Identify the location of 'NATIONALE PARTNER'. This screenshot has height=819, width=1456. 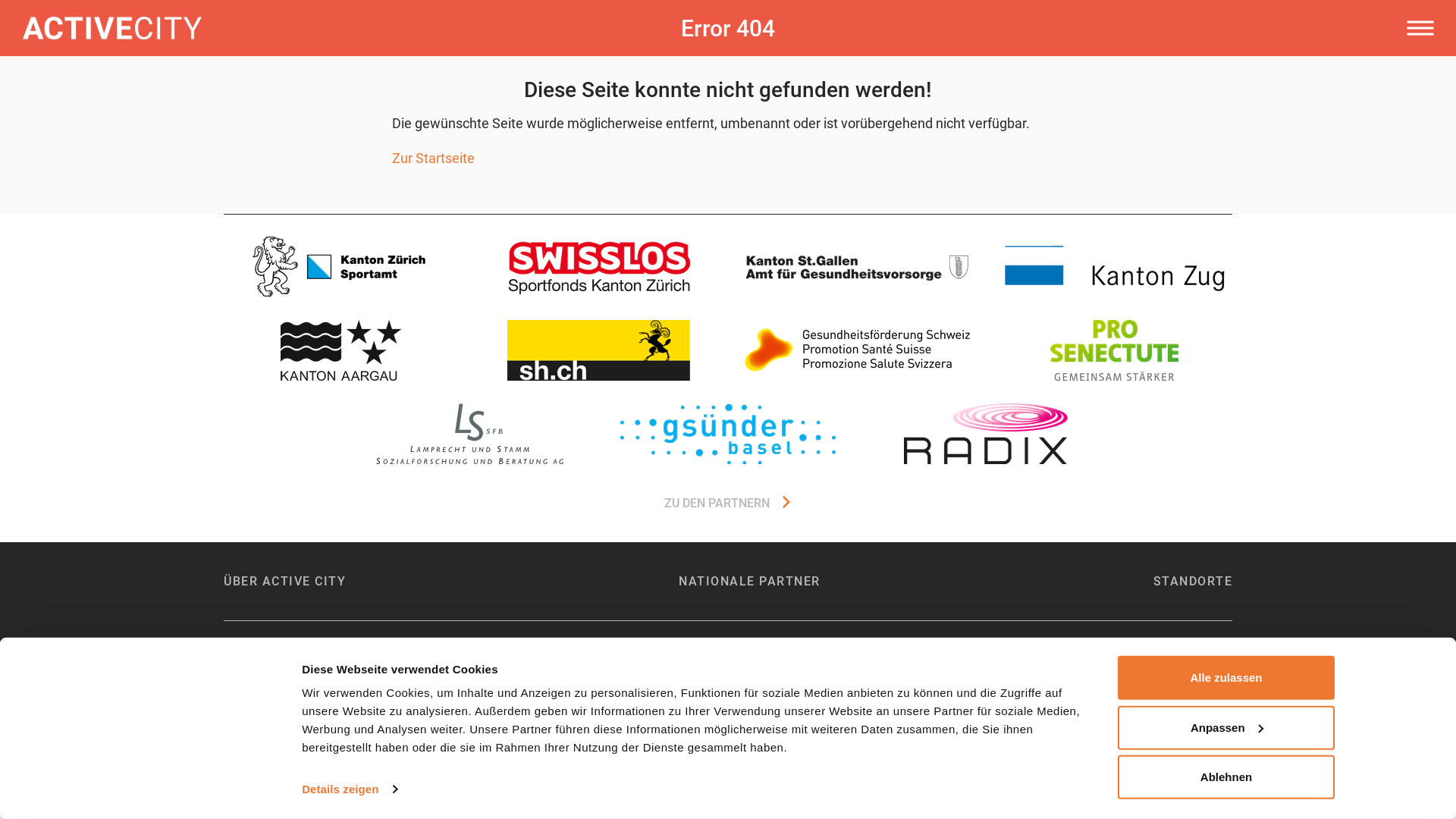
(749, 580).